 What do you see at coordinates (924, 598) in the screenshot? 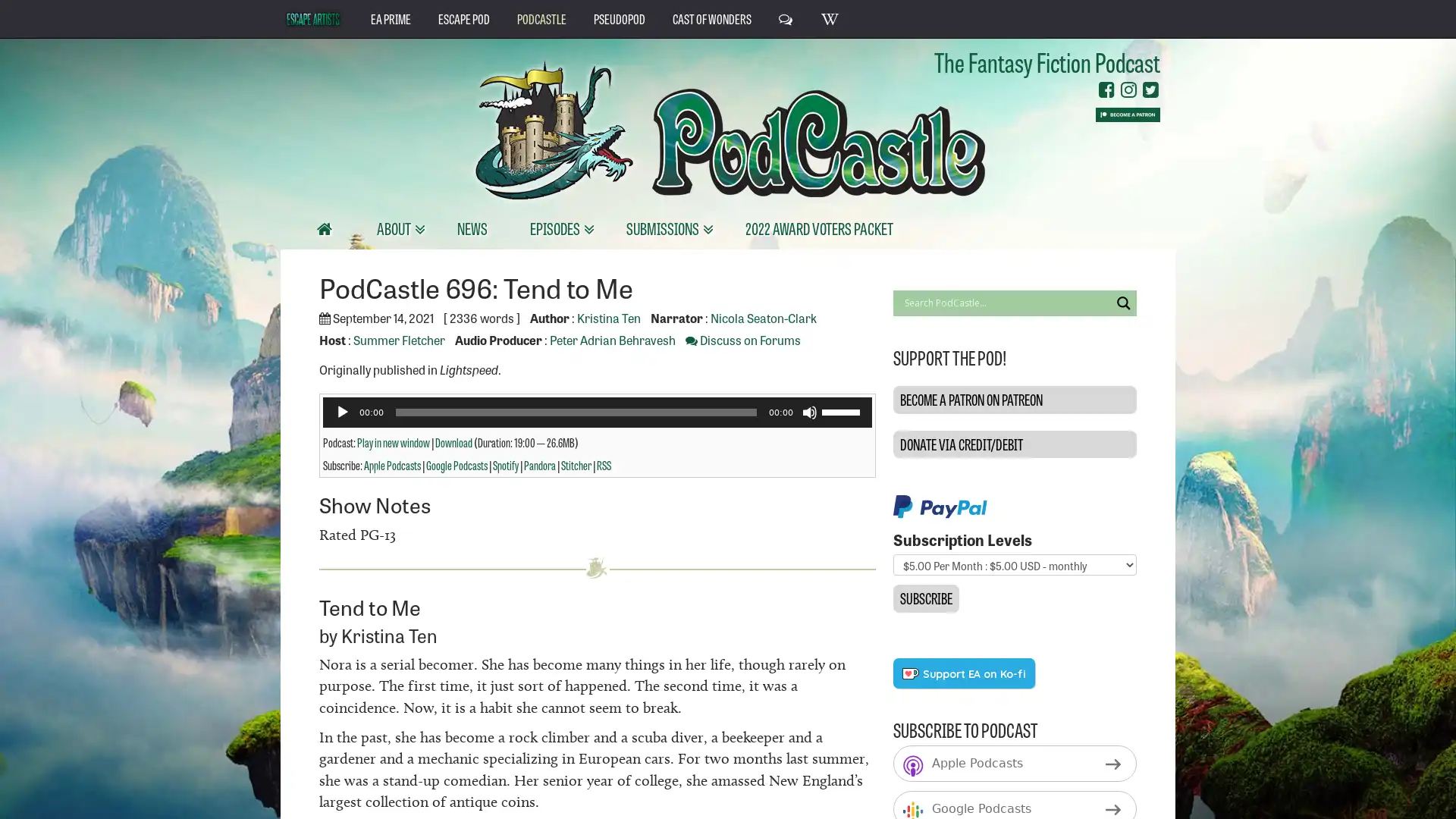
I see `Subscribe` at bounding box center [924, 598].